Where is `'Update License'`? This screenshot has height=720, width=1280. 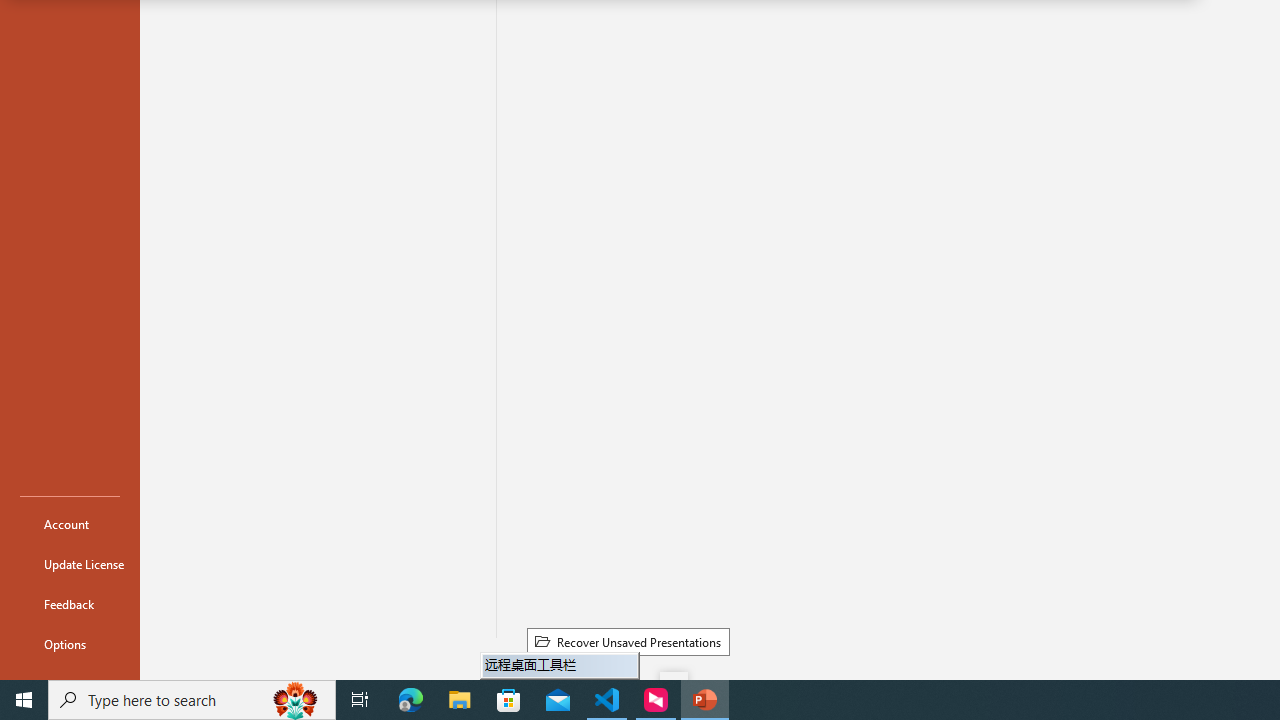 'Update License' is located at coordinates (69, 564).